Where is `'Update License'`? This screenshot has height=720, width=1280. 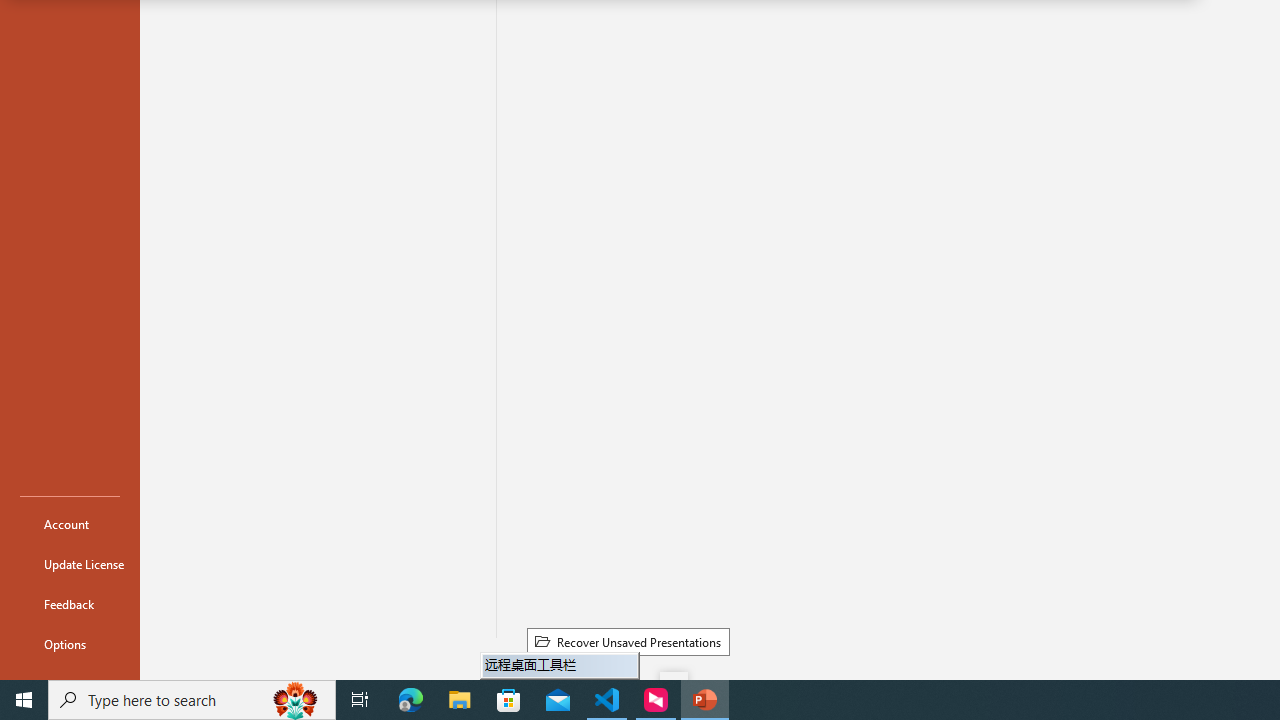 'Update License' is located at coordinates (69, 564).